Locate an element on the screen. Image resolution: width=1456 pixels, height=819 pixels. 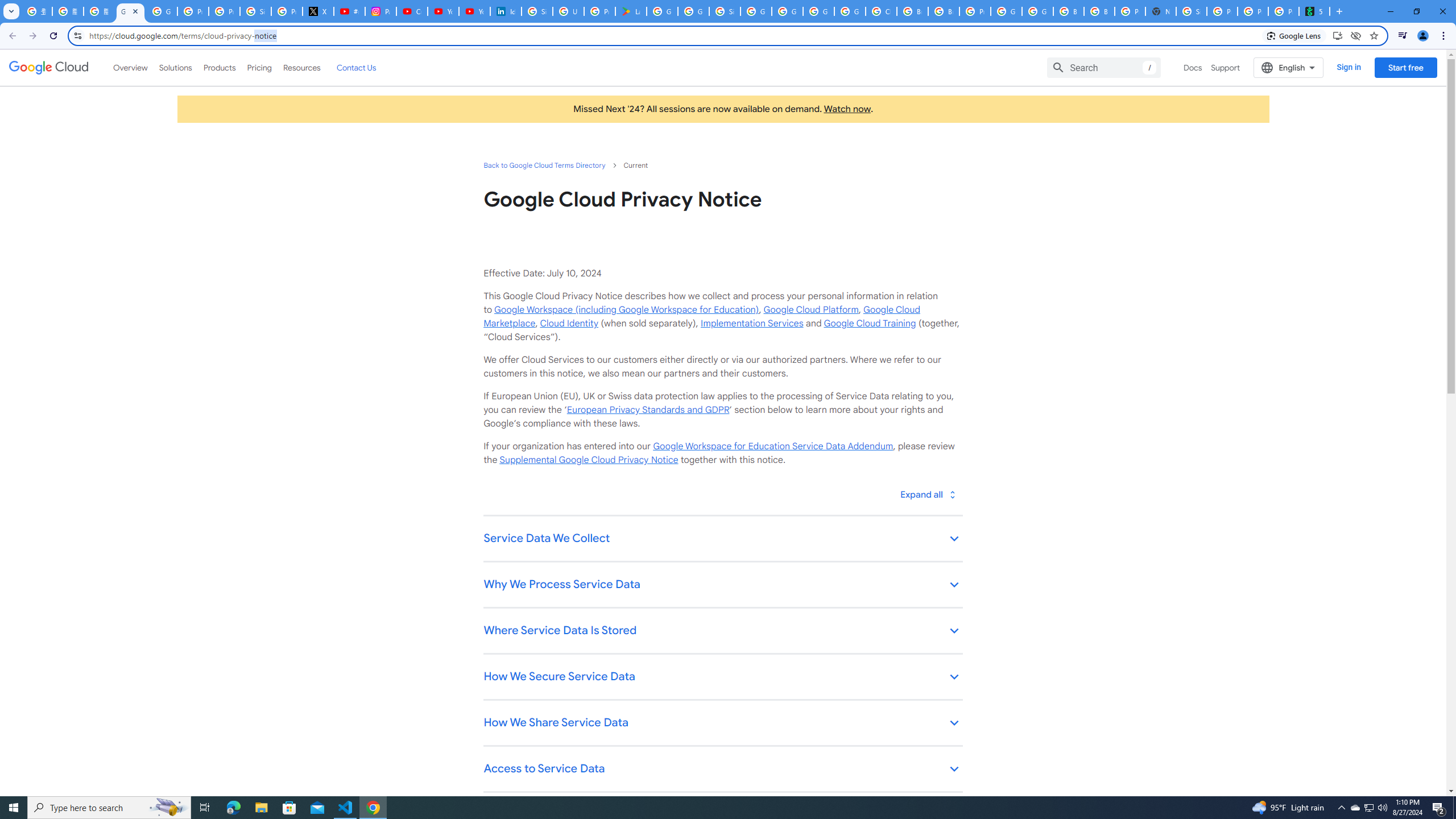
'Google Cloud Training' is located at coordinates (869, 322).